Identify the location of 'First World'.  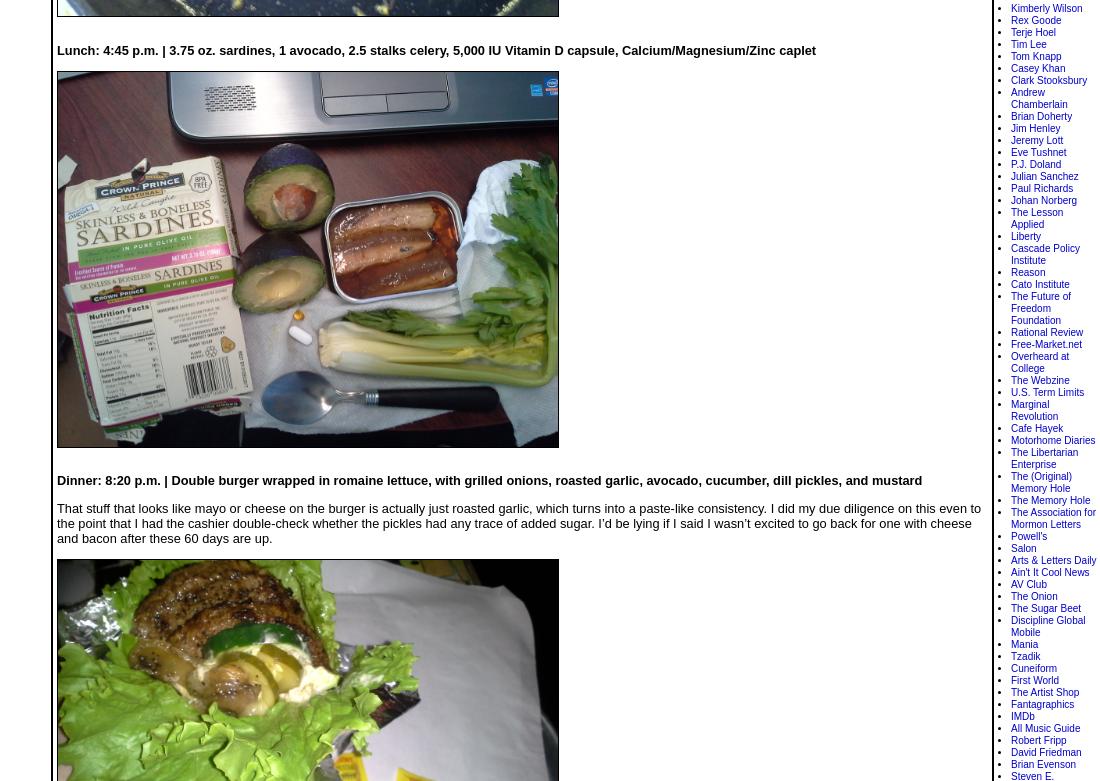
(1010, 679).